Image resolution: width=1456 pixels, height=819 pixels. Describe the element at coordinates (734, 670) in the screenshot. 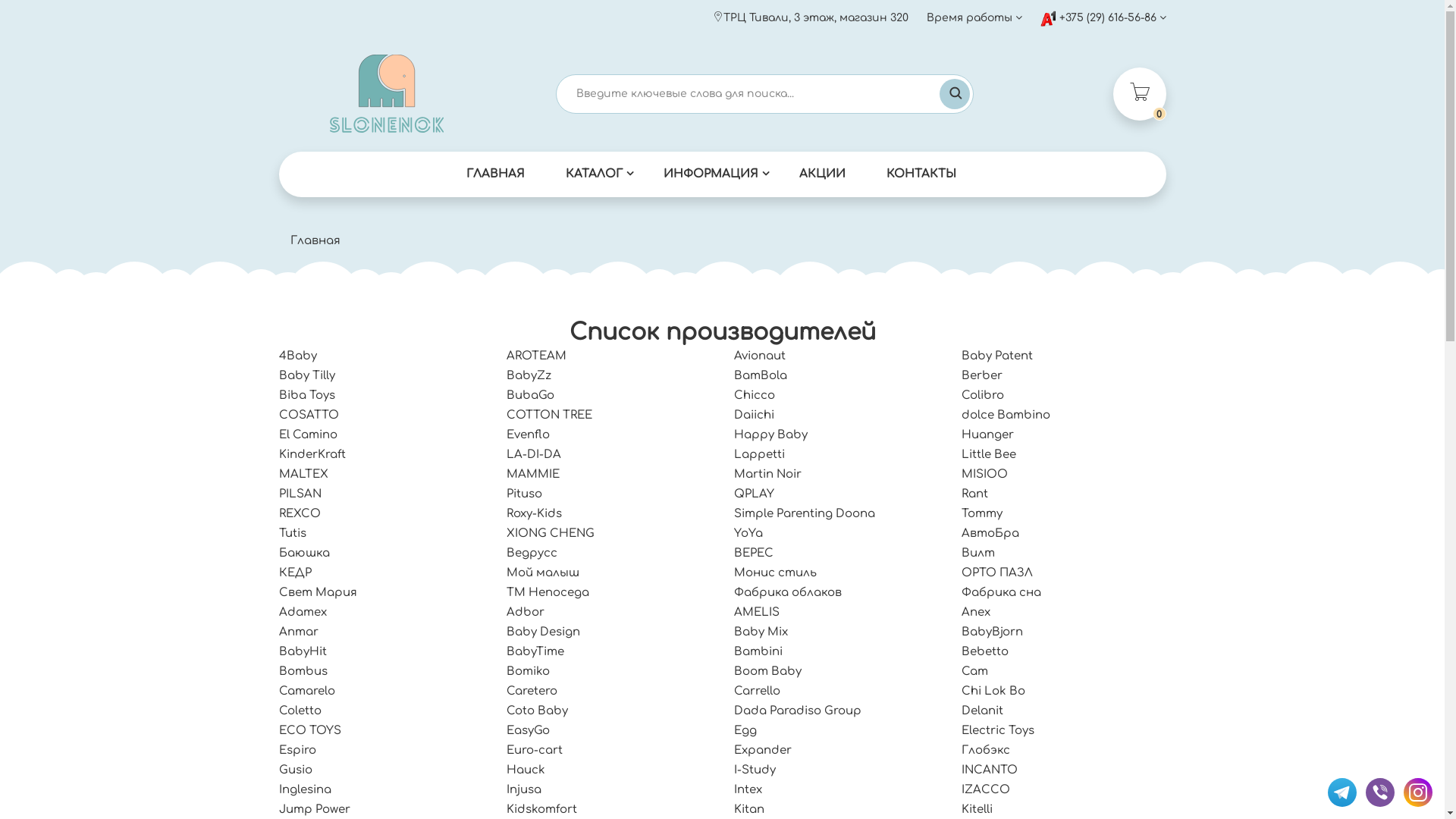

I see `'Boom Baby'` at that location.